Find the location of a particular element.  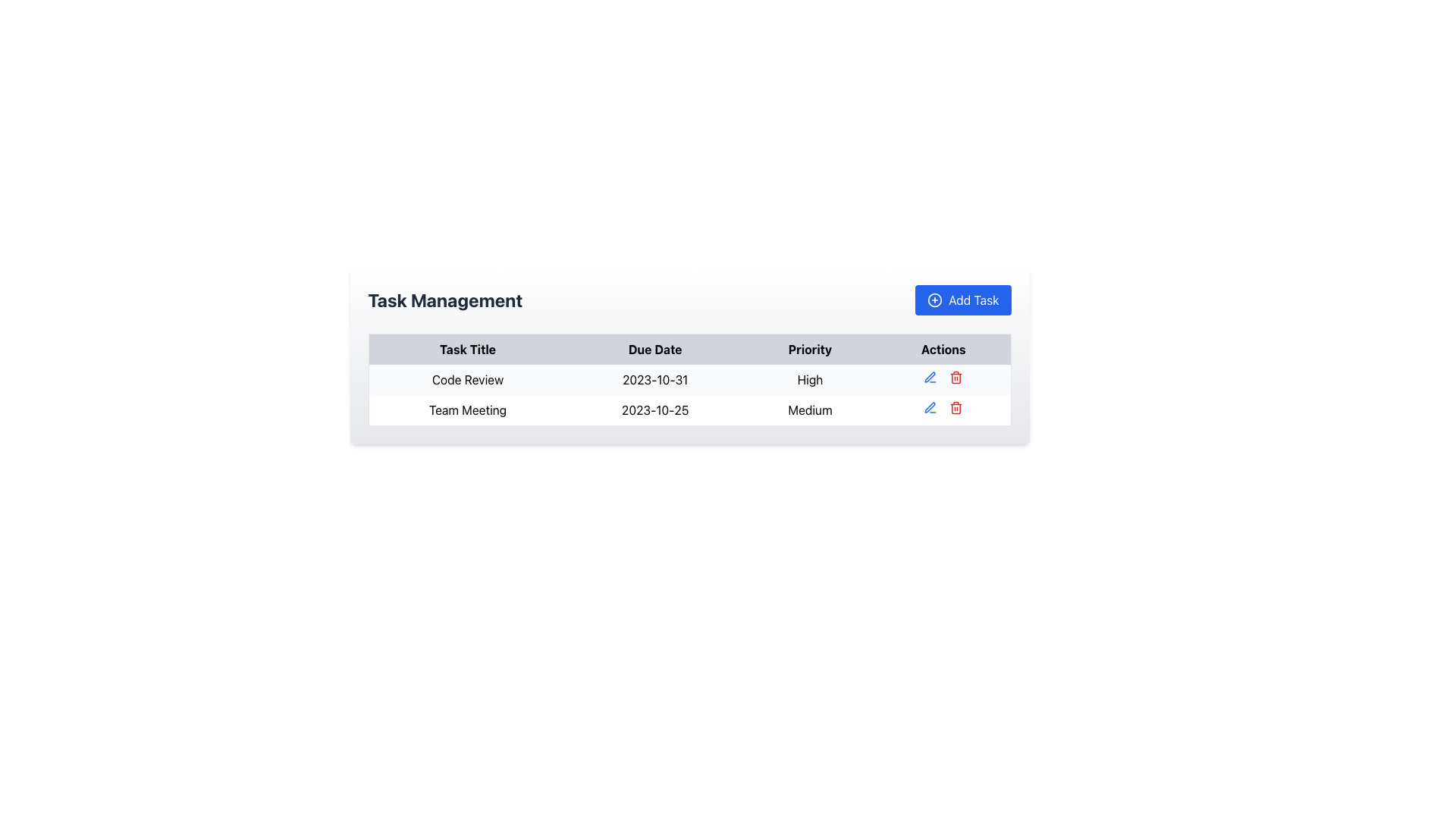

the text label displaying '2023-10-25' located in the 'Due Date' column of the 'Task Management' table, which is the second row and second column is located at coordinates (655, 410).